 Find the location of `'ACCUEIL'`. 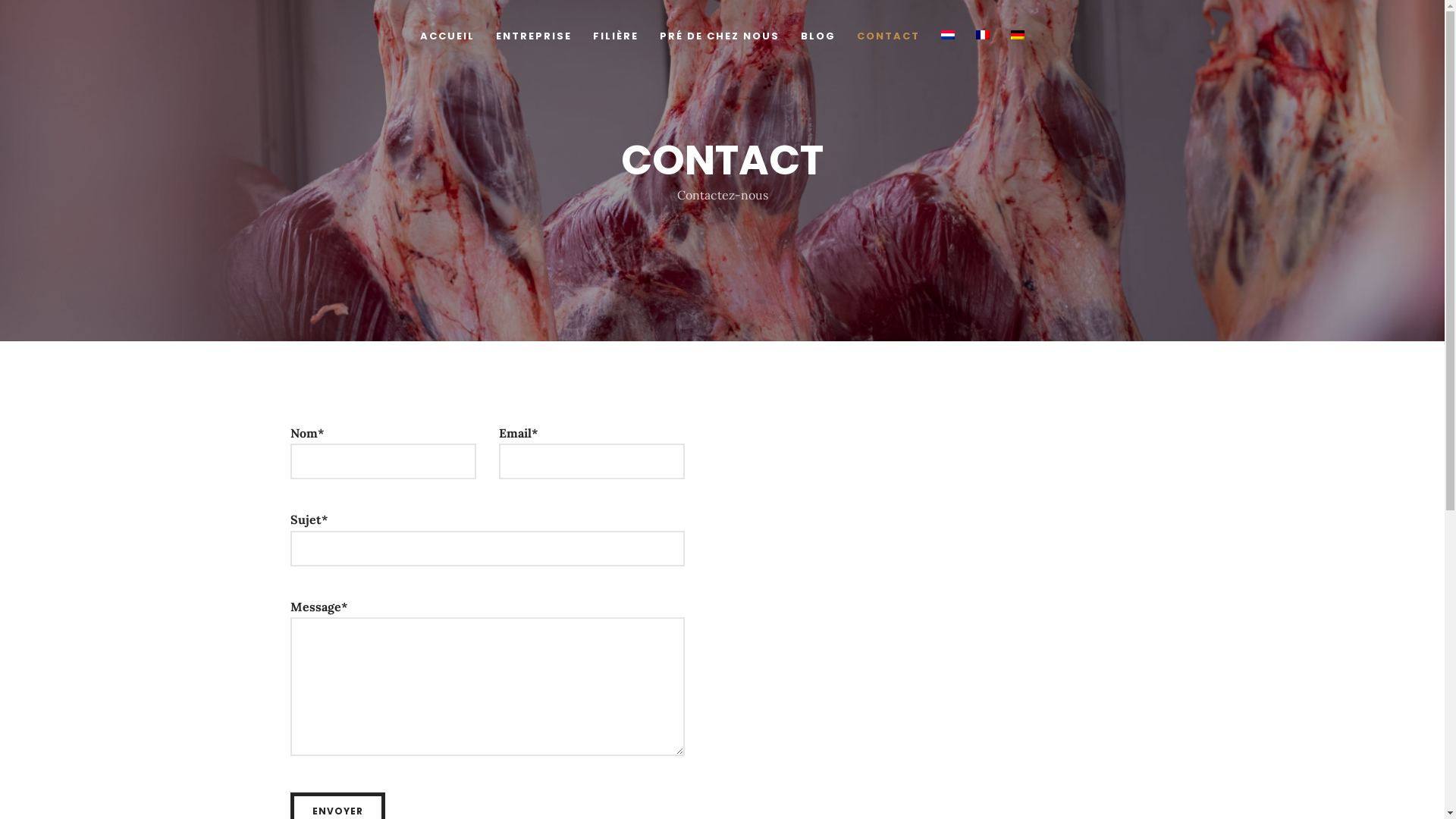

'ACCUEIL' is located at coordinates (447, 39).